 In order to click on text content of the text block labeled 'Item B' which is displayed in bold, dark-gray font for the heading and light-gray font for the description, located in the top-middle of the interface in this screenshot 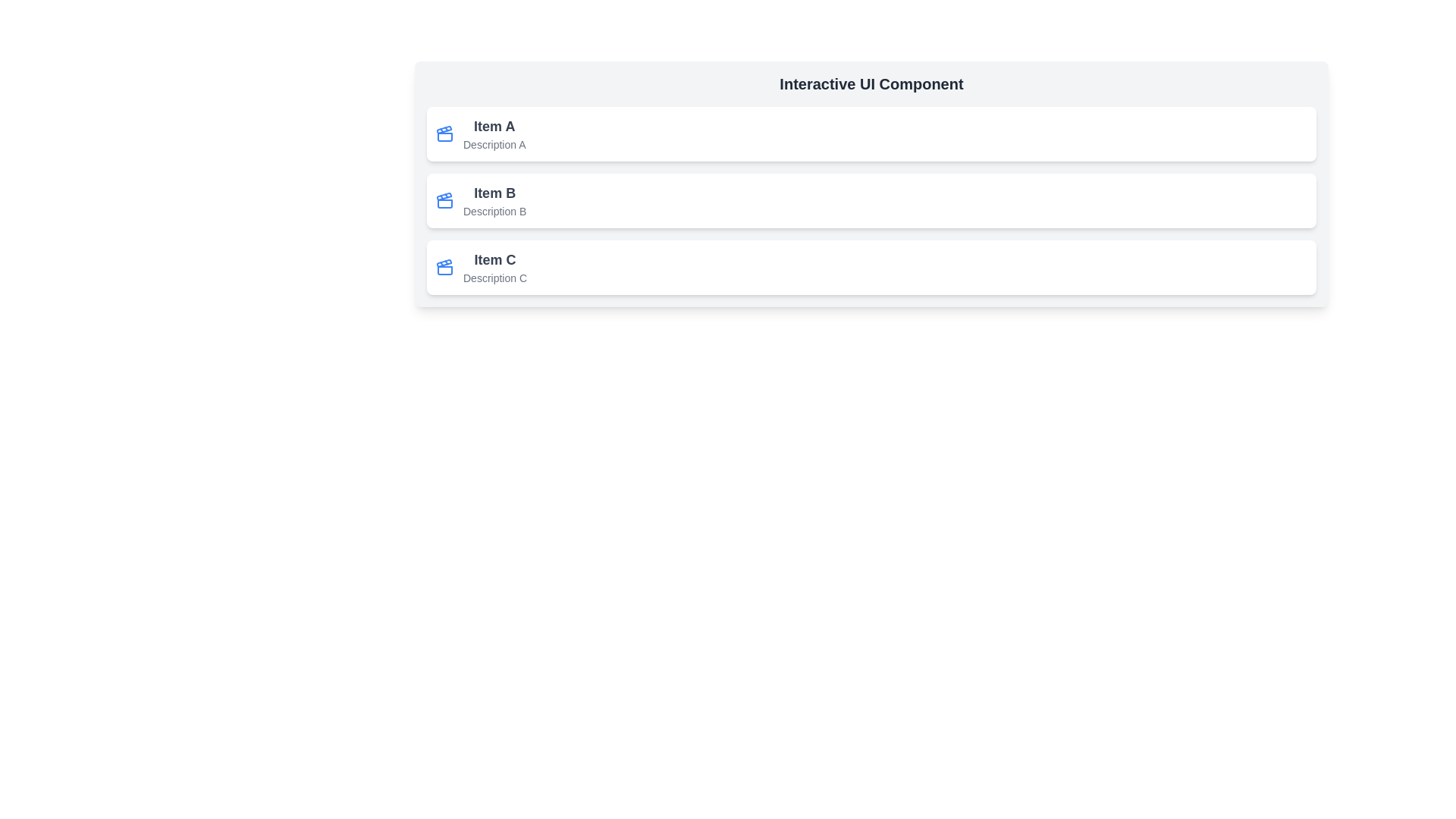, I will do `click(494, 200)`.